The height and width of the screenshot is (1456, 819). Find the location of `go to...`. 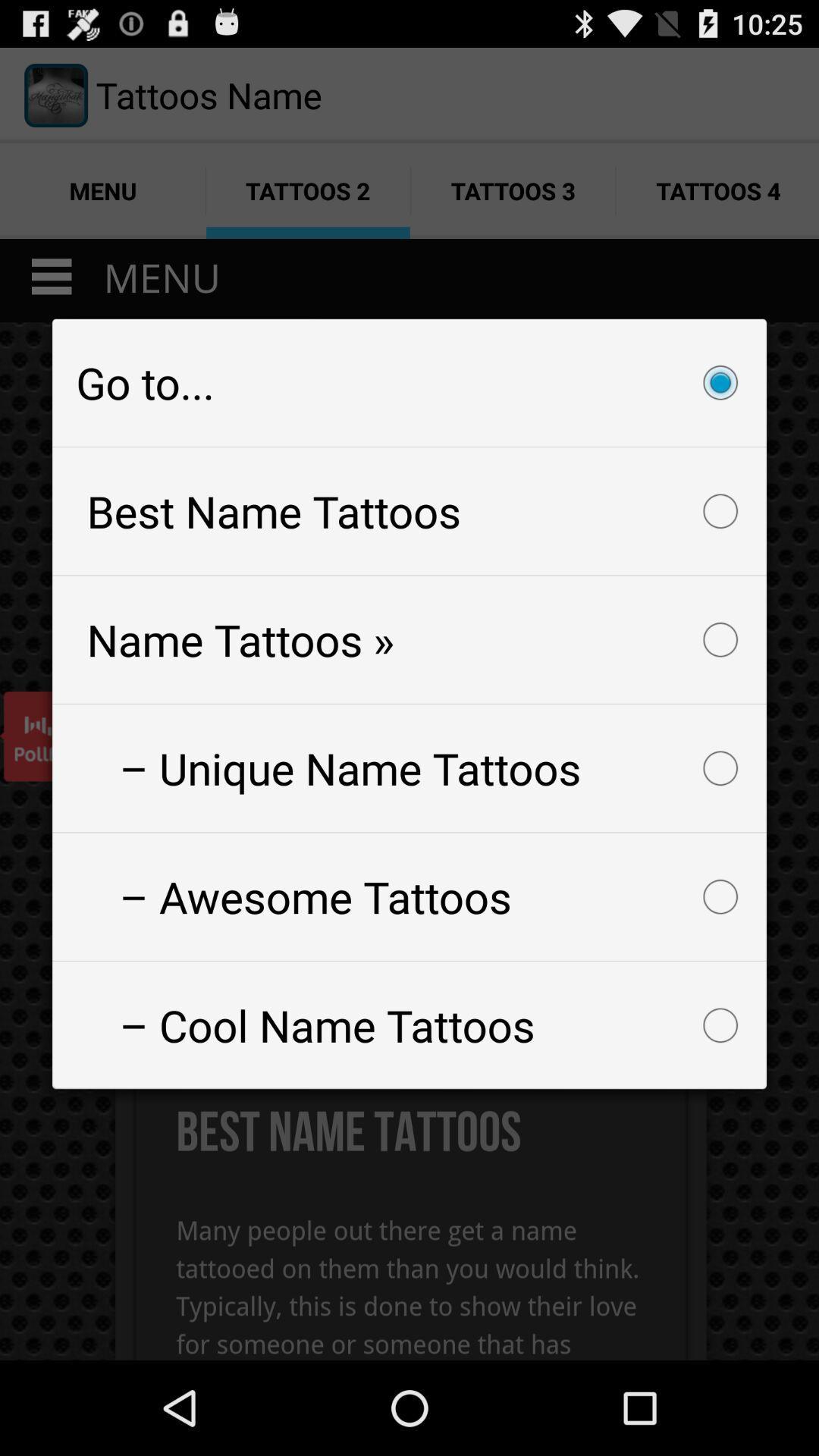

go to... is located at coordinates (409, 382).